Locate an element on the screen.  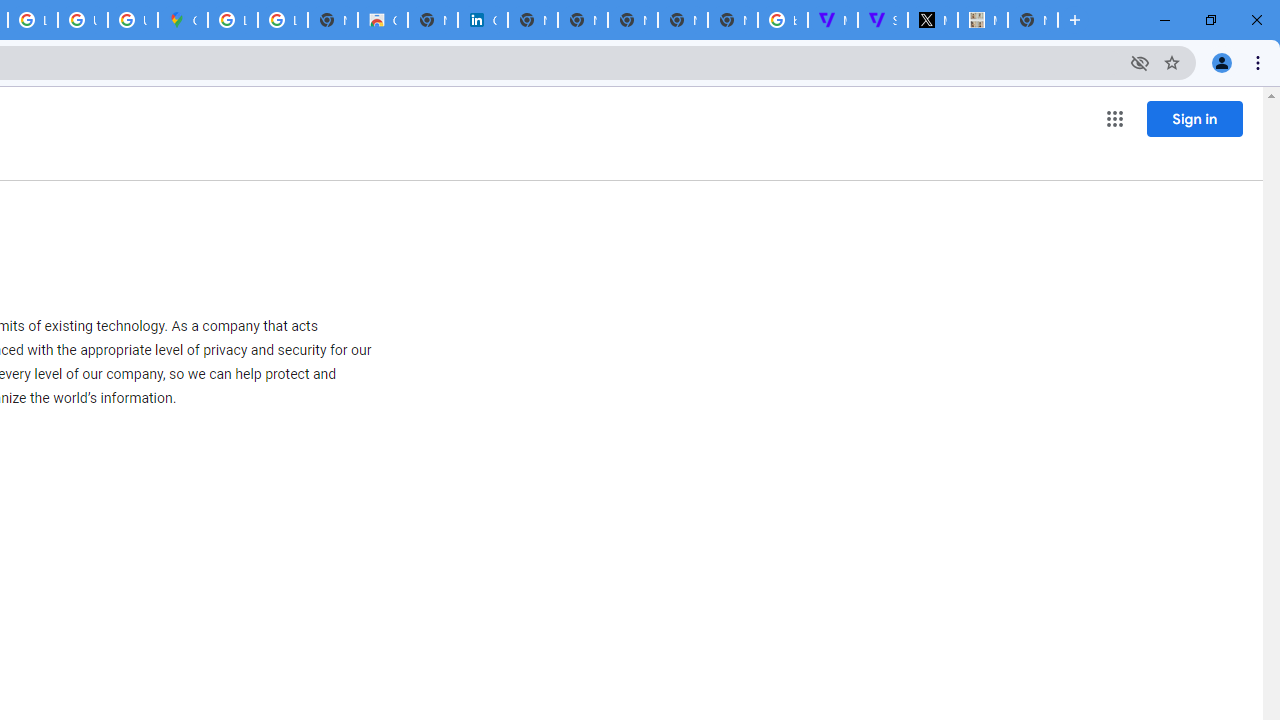
'New Tab' is located at coordinates (1032, 20).